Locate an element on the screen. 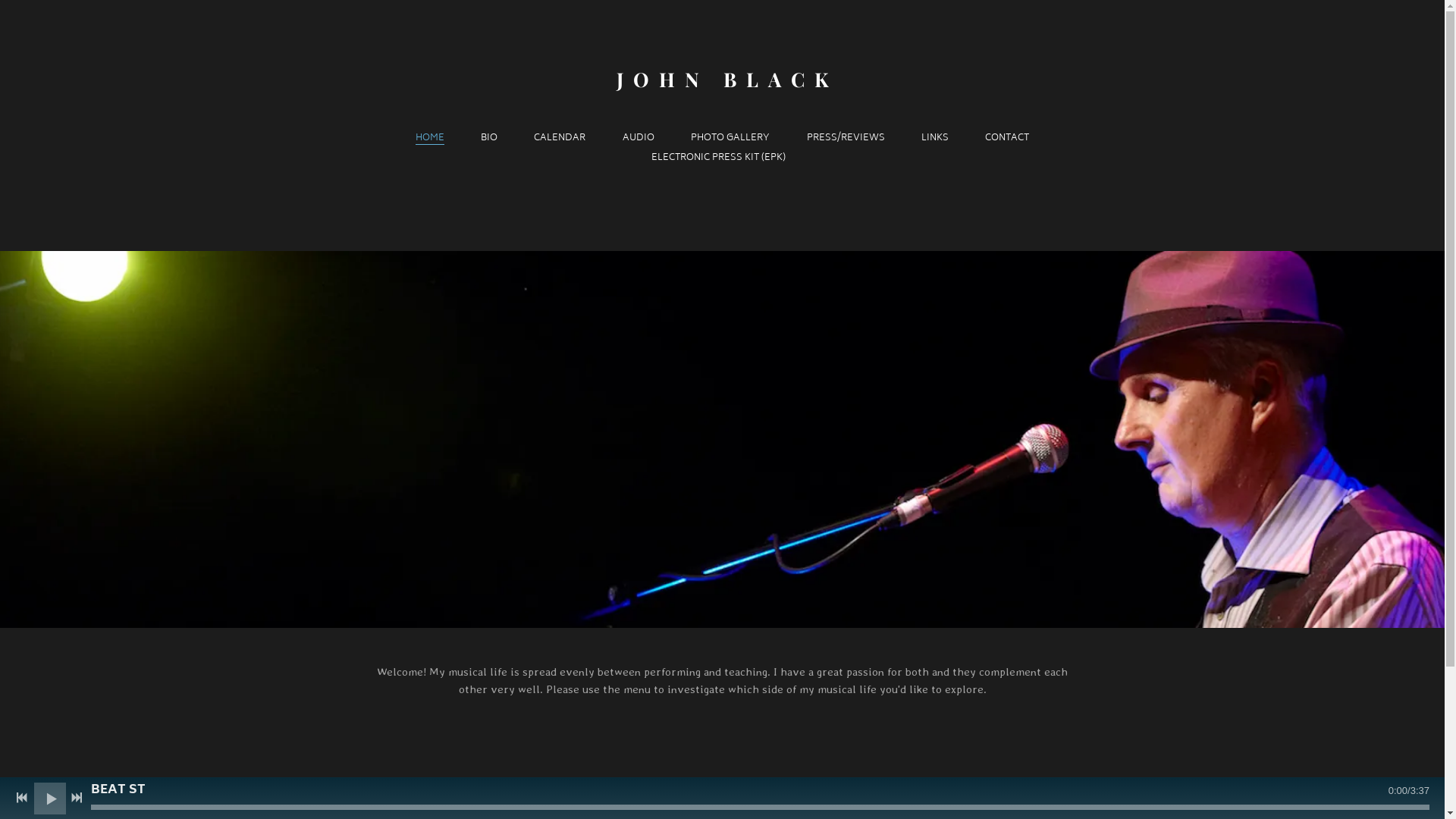 This screenshot has width=1456, height=819. 'Next track' is located at coordinates (75, 797).